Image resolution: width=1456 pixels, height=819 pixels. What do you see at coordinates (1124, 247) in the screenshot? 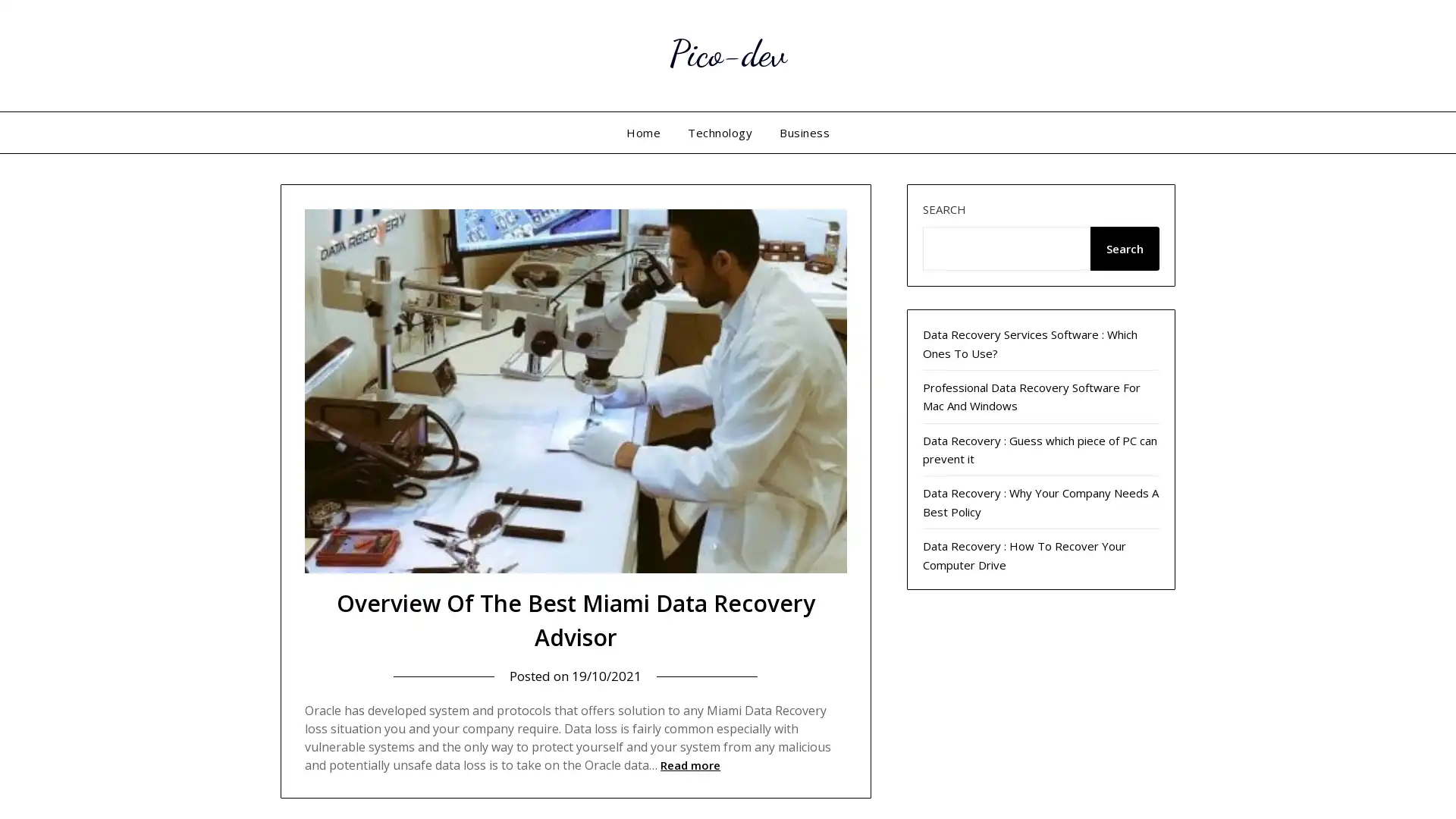
I see `Search` at bounding box center [1124, 247].